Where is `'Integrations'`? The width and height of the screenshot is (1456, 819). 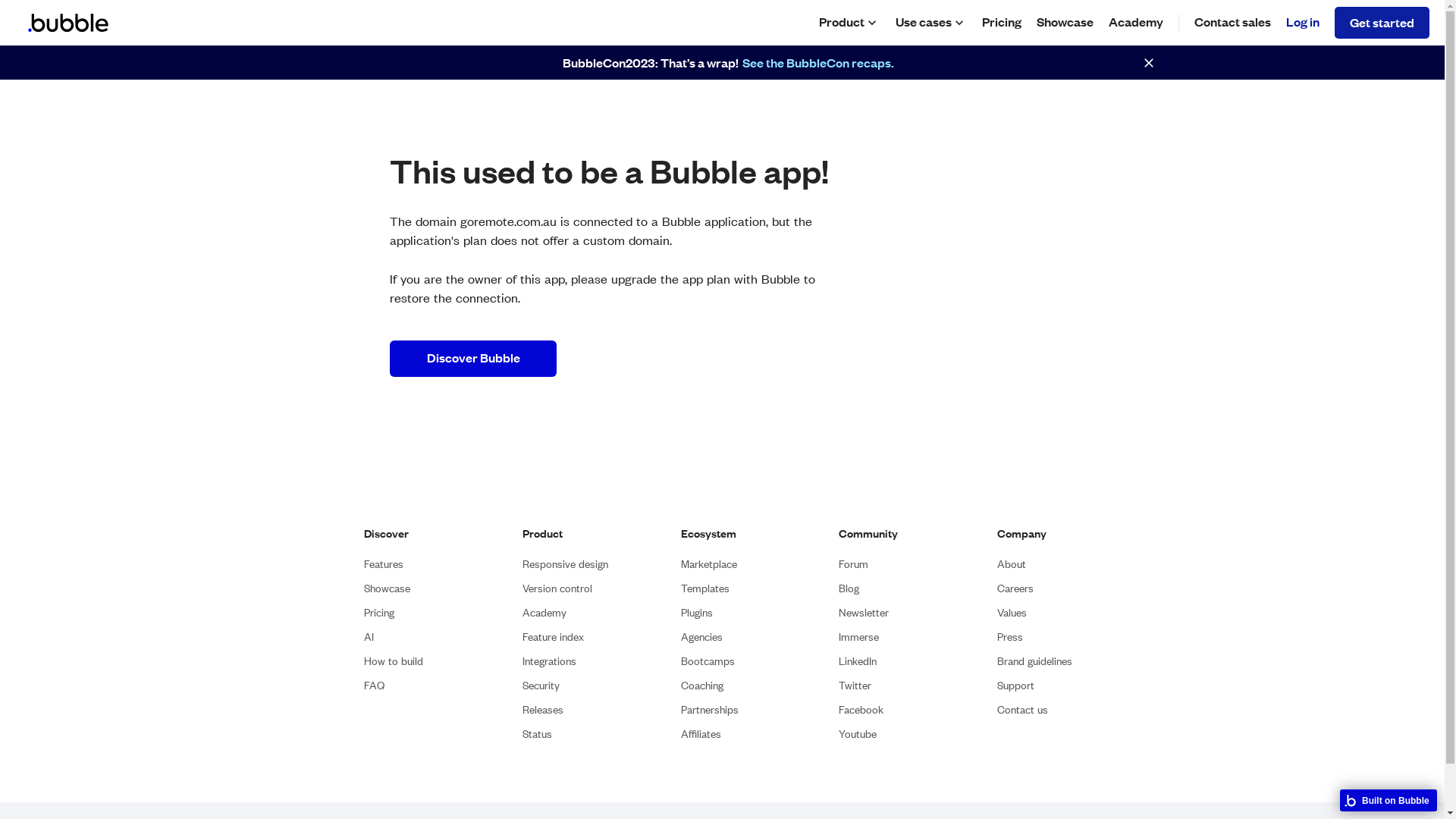 'Integrations' is located at coordinates (522, 660).